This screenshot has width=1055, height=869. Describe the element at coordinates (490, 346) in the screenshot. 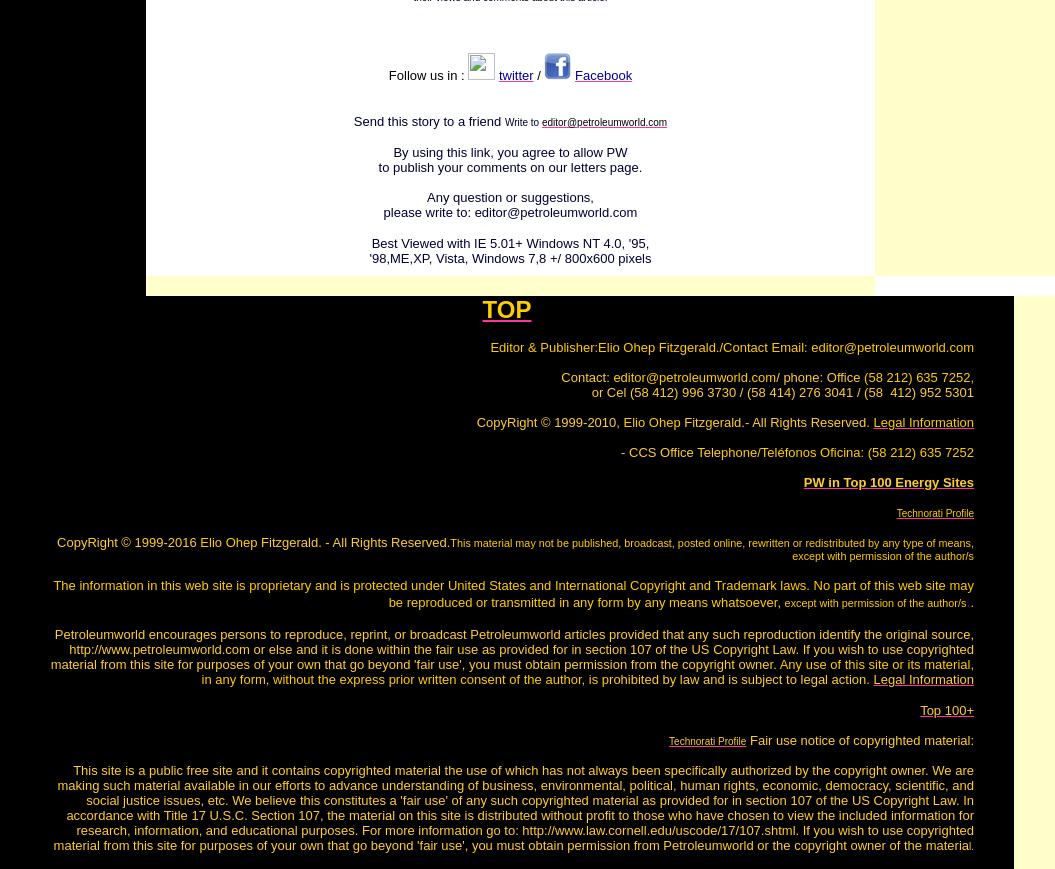

I see `'Editor'` at that location.